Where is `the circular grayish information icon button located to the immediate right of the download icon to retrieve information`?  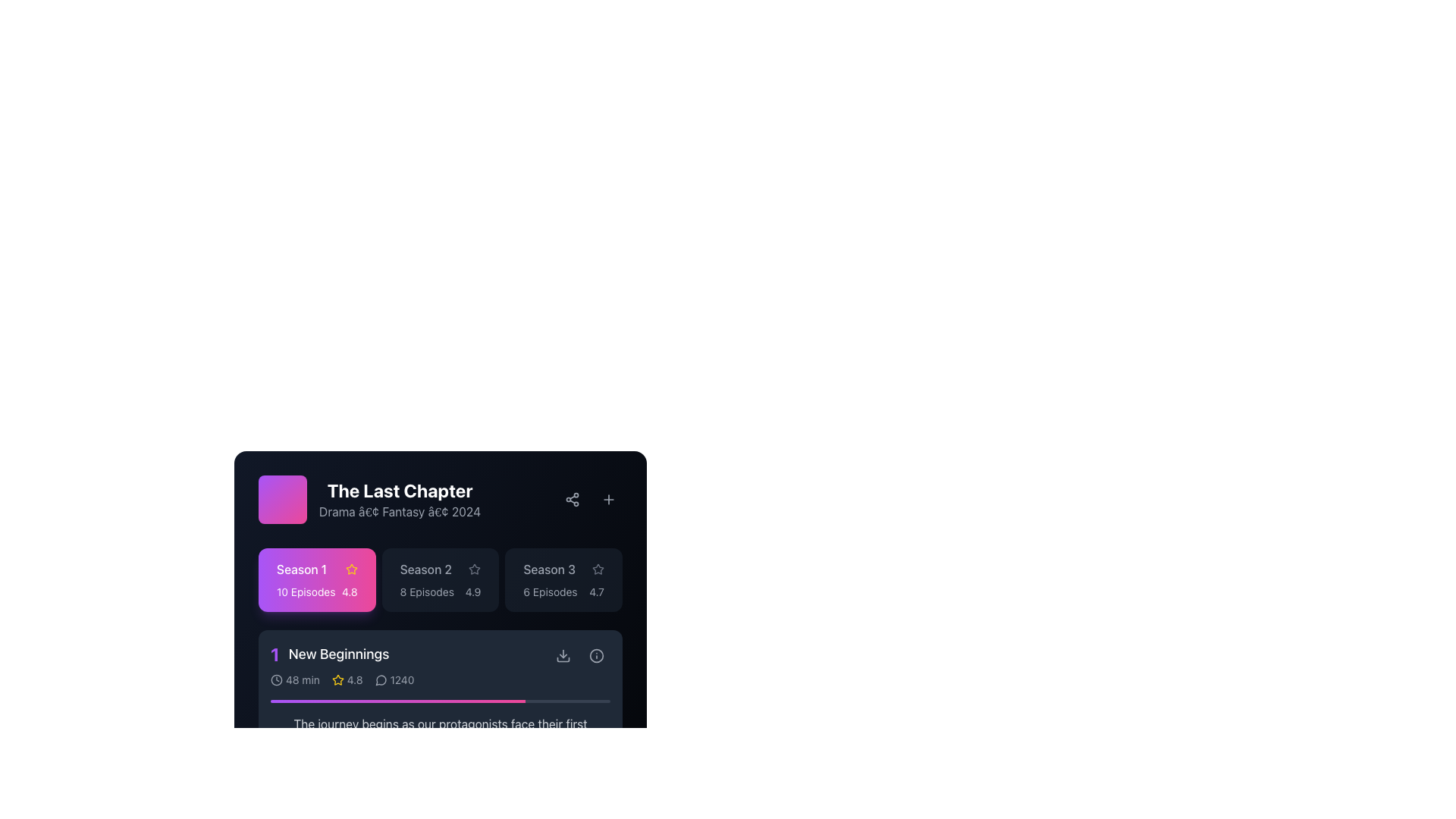 the circular grayish information icon button located to the immediate right of the download icon to retrieve information is located at coordinates (596, 654).